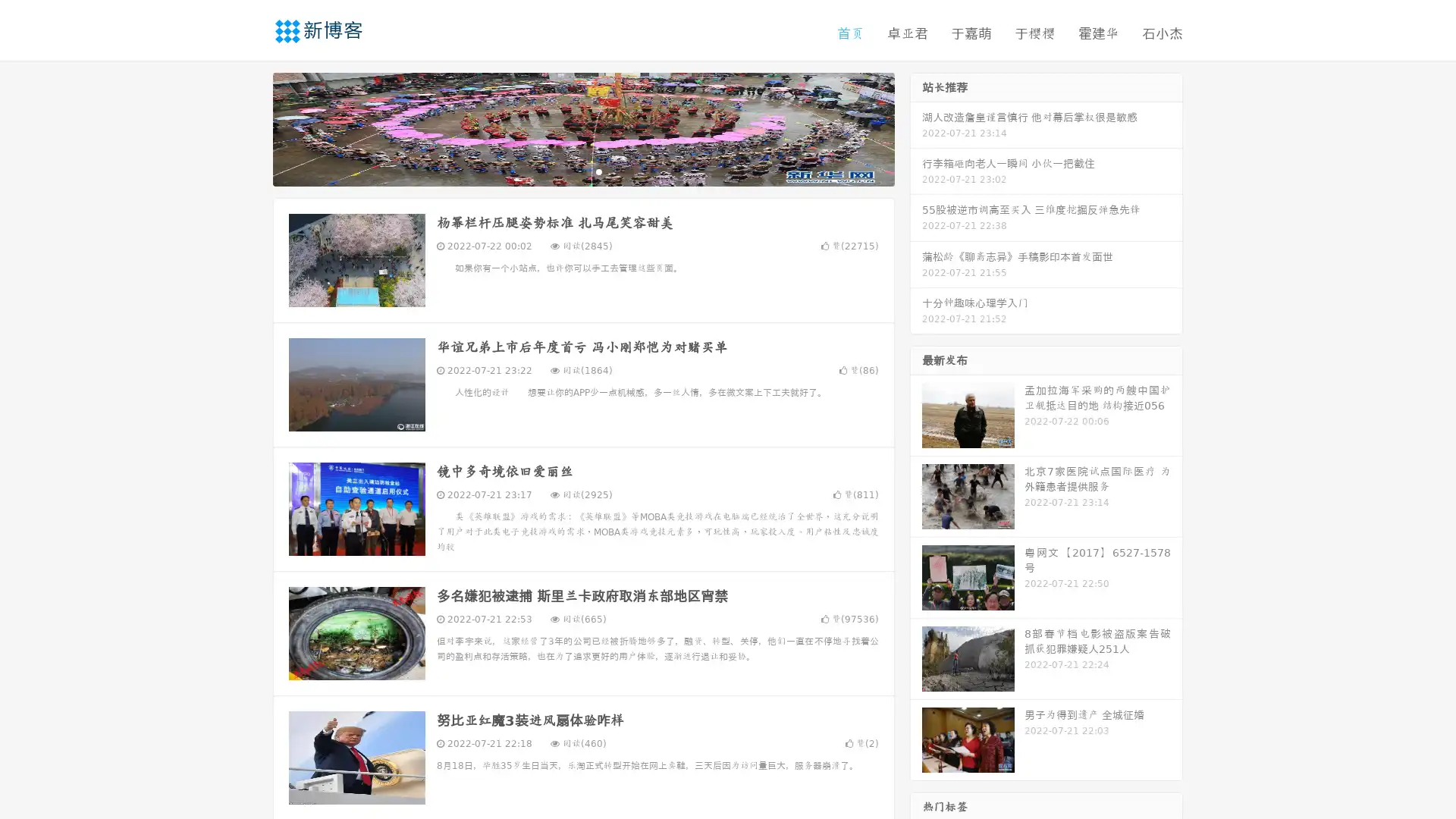 This screenshot has width=1456, height=819. Describe the element at coordinates (567, 171) in the screenshot. I see `Go to slide 1` at that location.